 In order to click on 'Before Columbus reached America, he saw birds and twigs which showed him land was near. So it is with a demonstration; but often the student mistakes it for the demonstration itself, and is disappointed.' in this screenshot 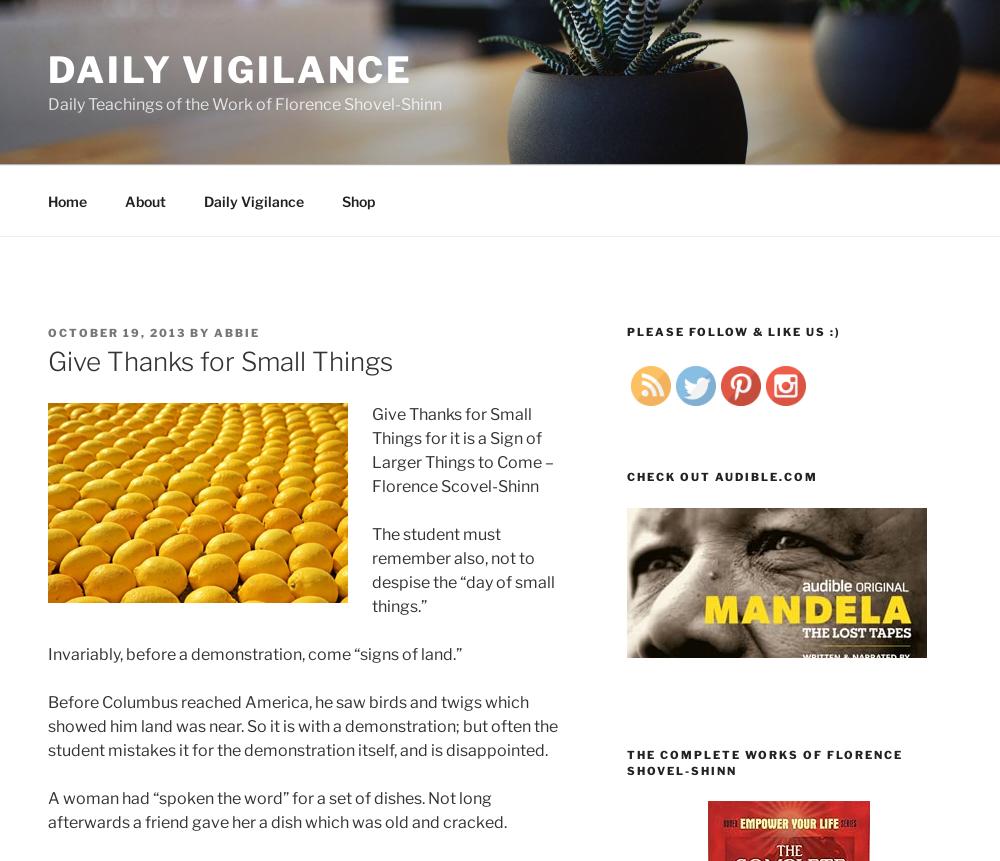, I will do `click(303, 725)`.